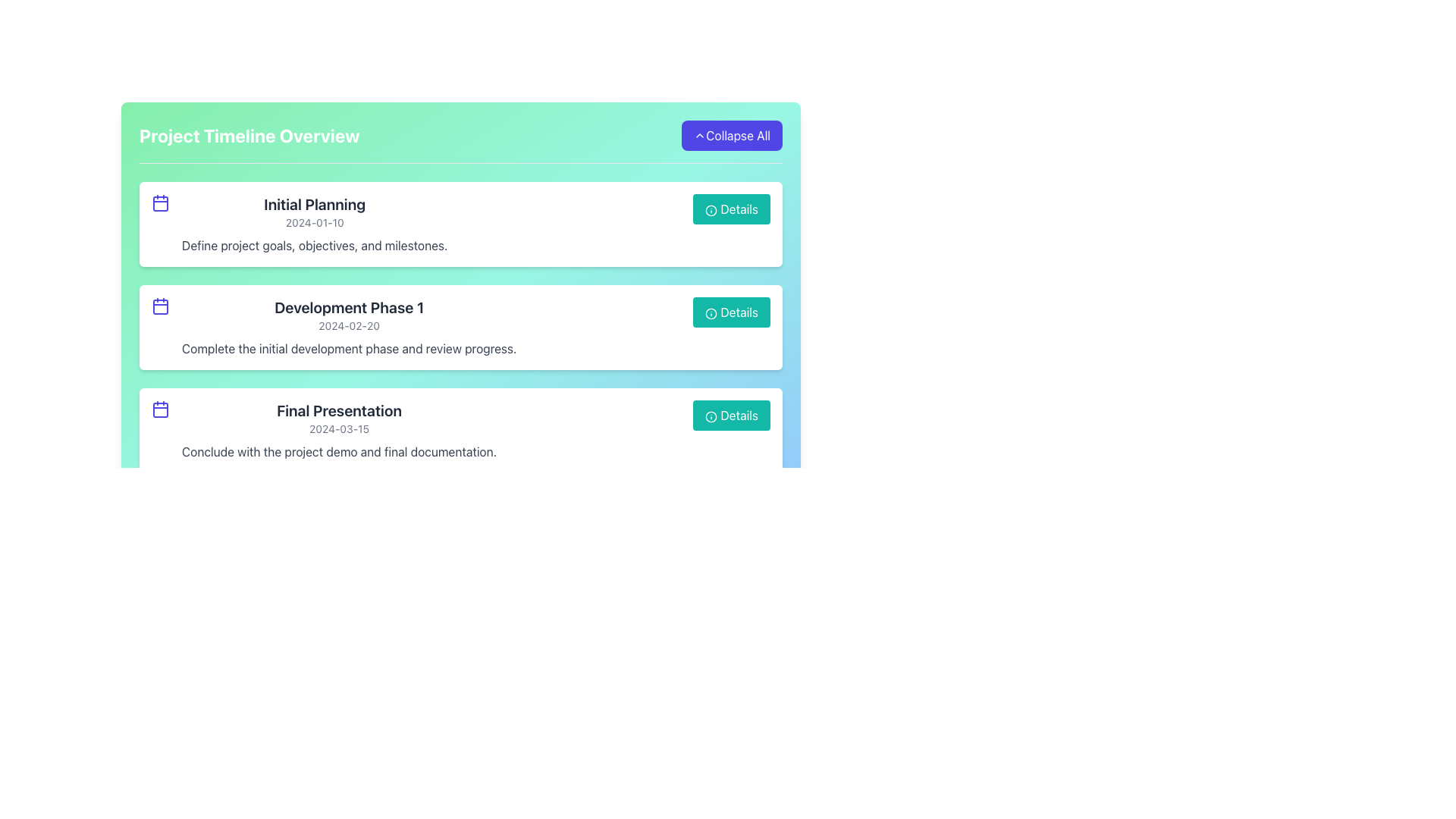 Image resolution: width=1456 pixels, height=819 pixels. I want to click on the button located at the top-right of the 'Development Phase 1' card, so click(731, 312).